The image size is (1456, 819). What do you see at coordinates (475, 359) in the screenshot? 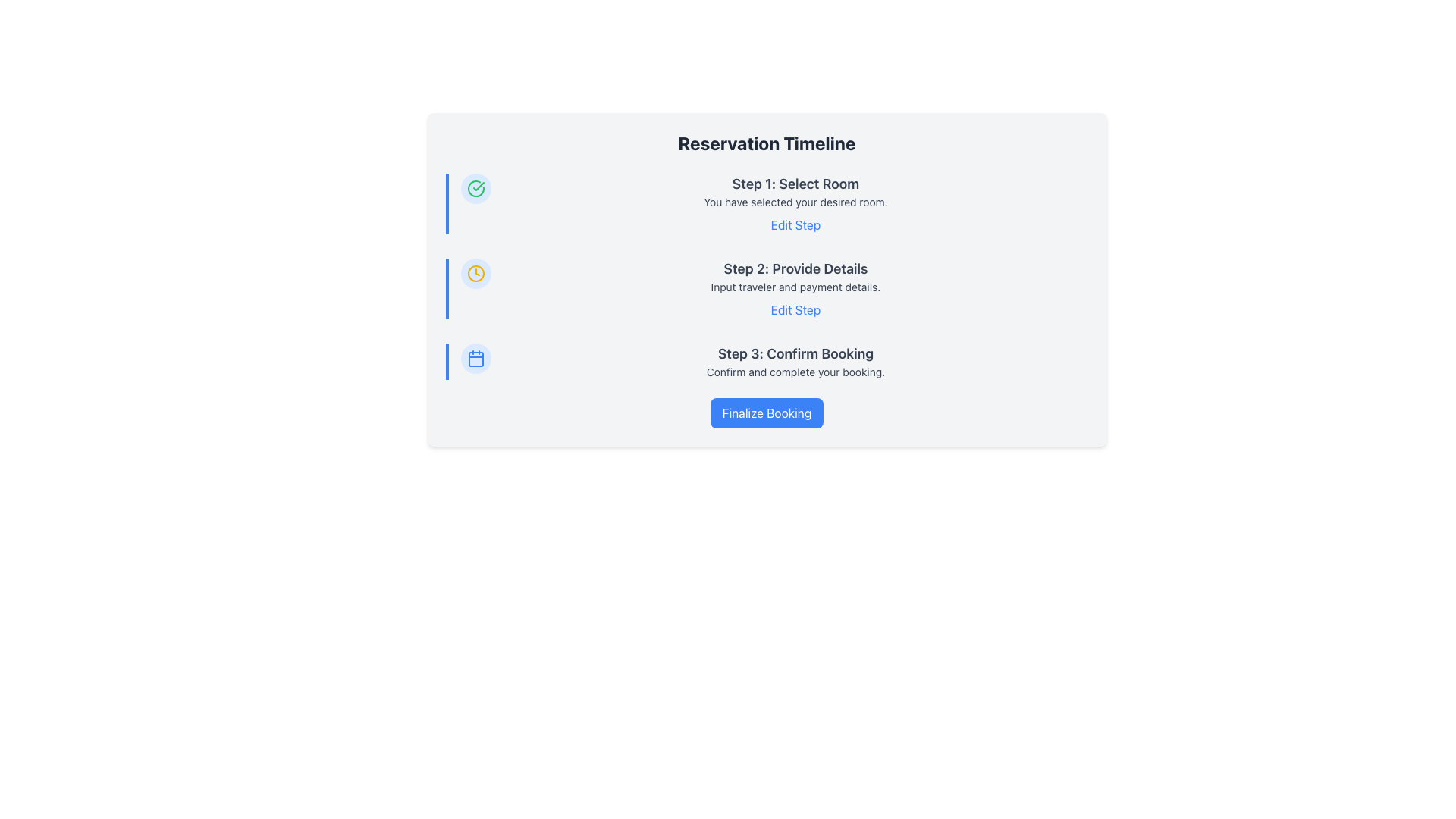
I see `the calendar icon representing the 'Step 3: Confirm Booking' stage in the reservation timeline for visual recognition` at bounding box center [475, 359].